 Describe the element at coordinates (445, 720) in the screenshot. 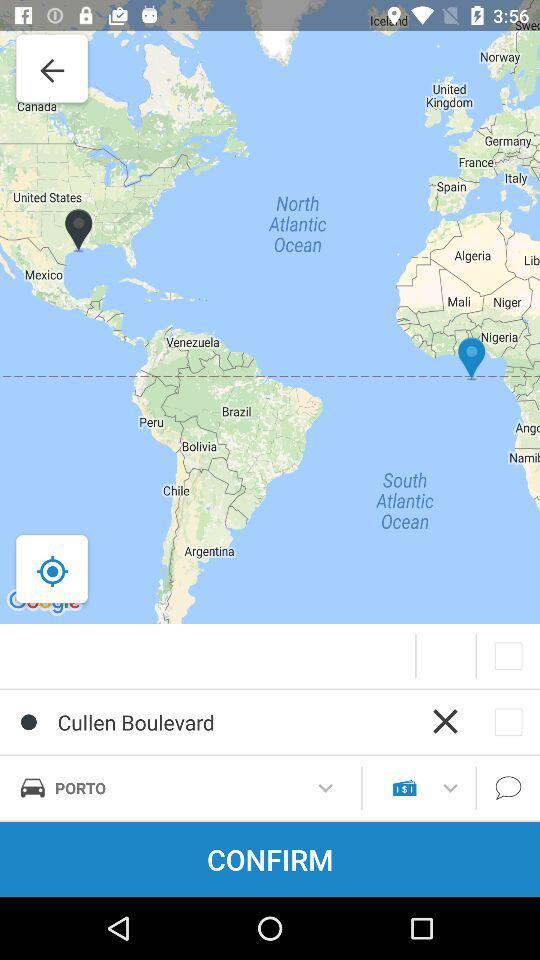

I see `the close icon` at that location.